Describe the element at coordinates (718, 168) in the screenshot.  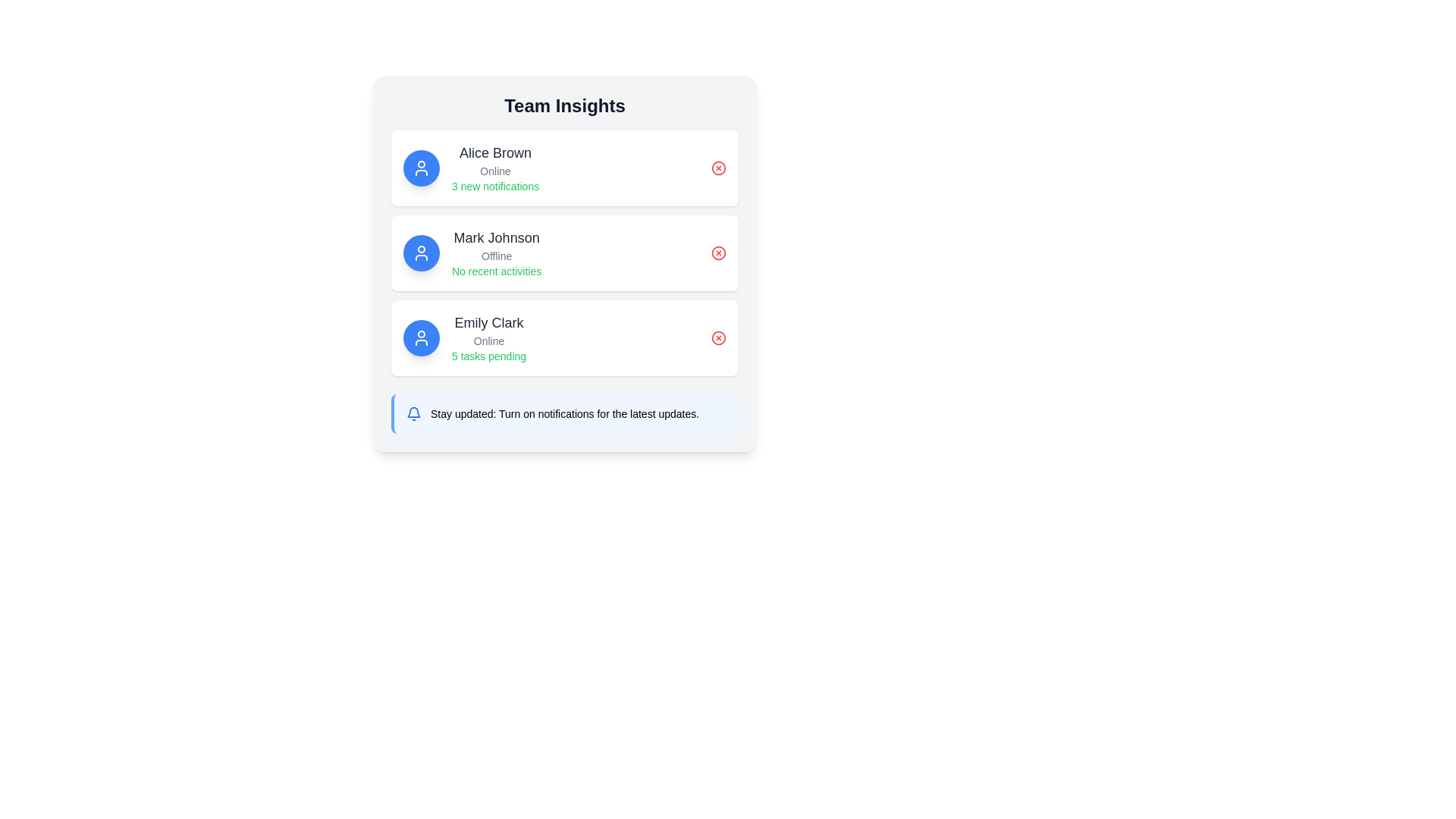
I see `the close button icon located on the right-hand side of the user card labeled 'Alice Brown', which is the first close button in a list of three` at that location.